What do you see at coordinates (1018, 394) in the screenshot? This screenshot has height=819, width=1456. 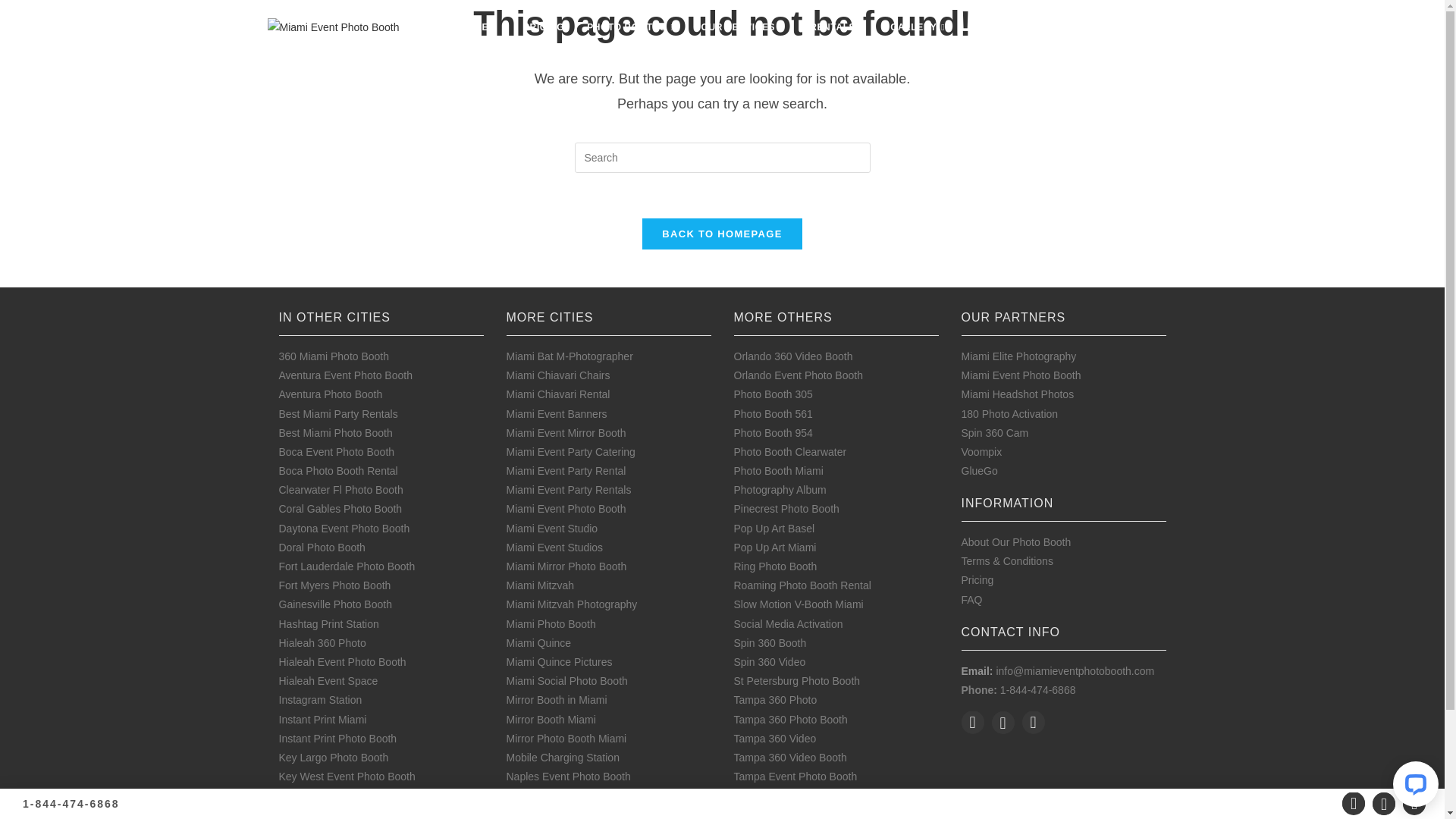 I see `'Miami Headshot Photos'` at bounding box center [1018, 394].